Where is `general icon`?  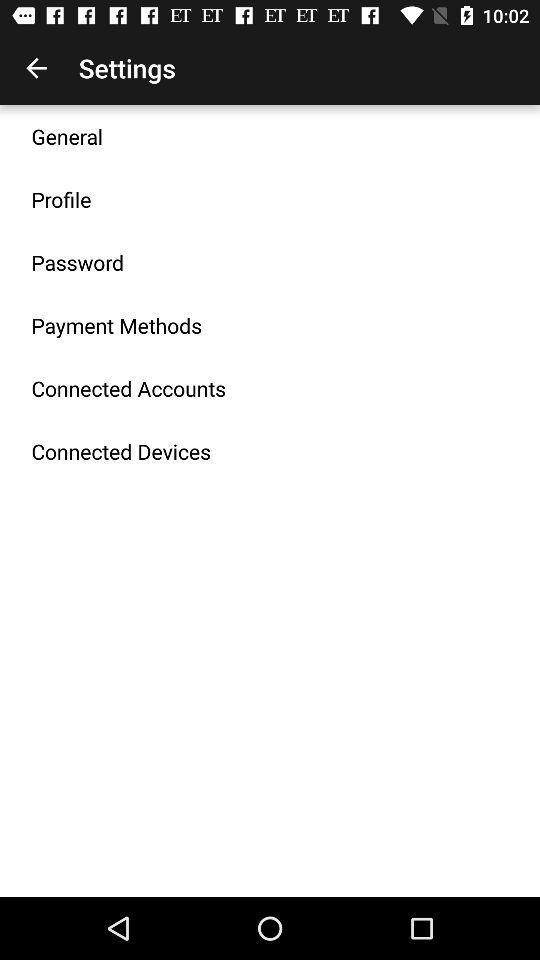
general icon is located at coordinates (67, 135).